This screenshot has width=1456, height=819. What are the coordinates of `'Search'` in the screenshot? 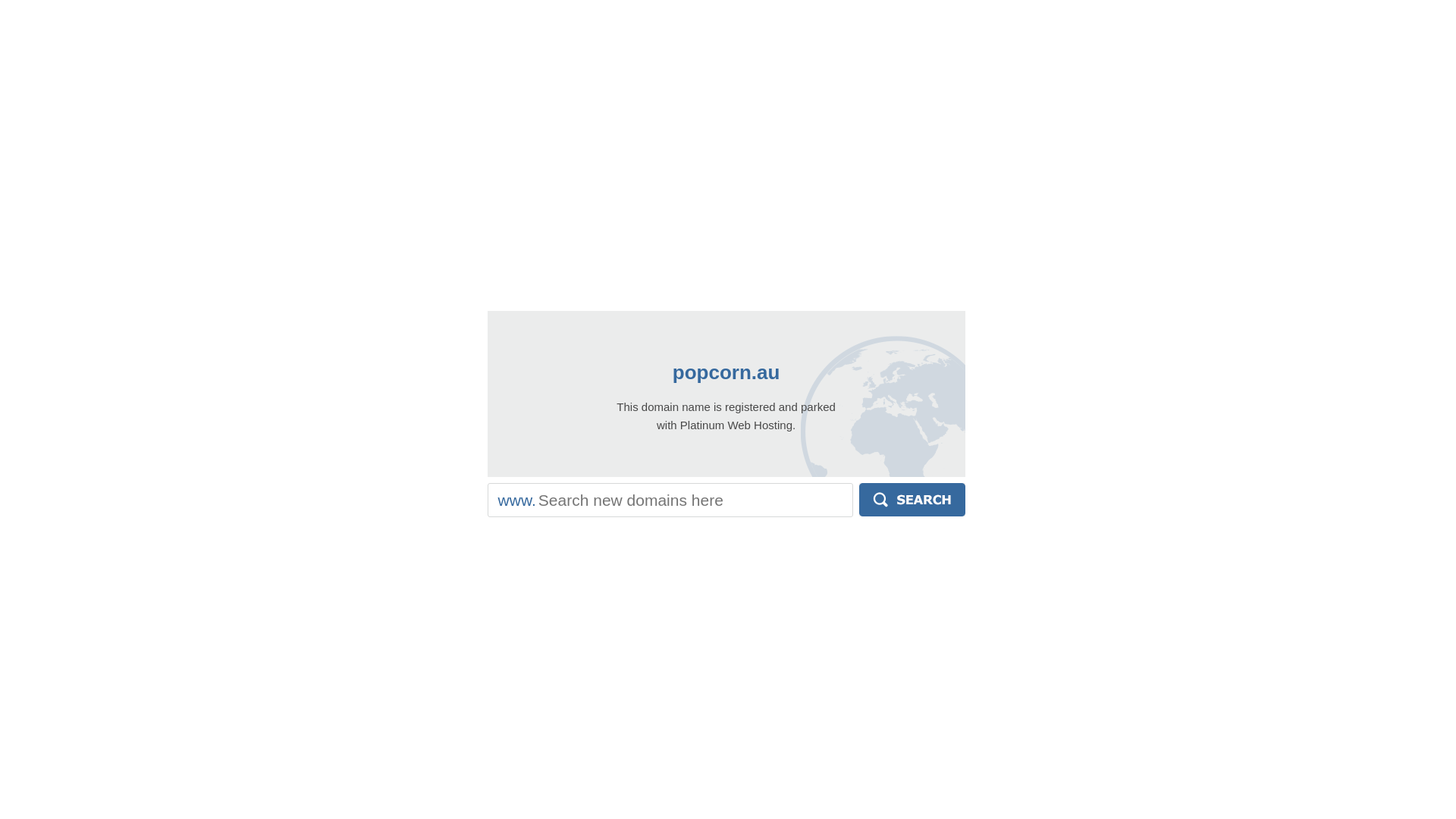 It's located at (912, 500).